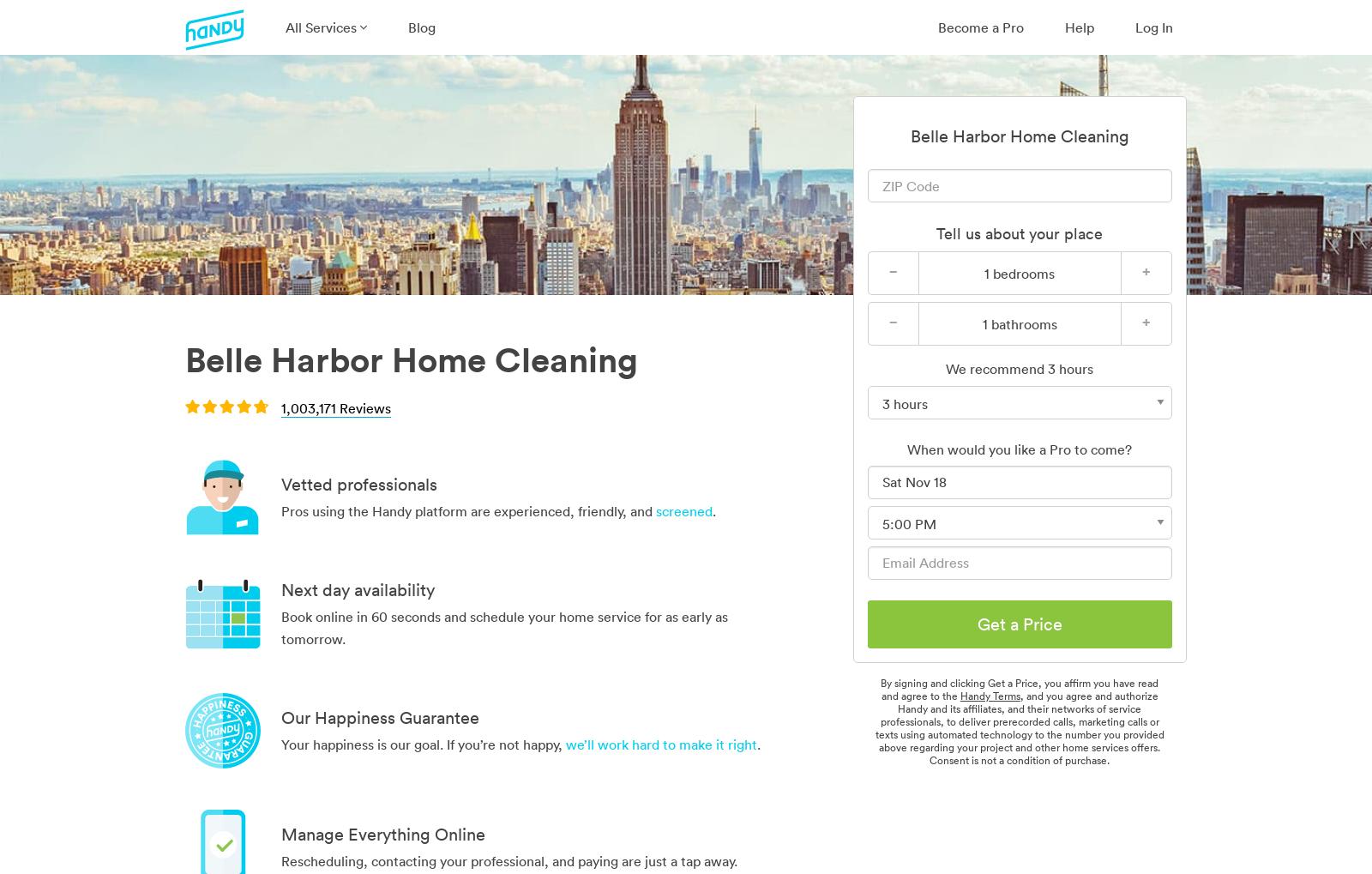 This screenshot has height=874, width=1372. What do you see at coordinates (1079, 26) in the screenshot?
I see `'Help'` at bounding box center [1079, 26].